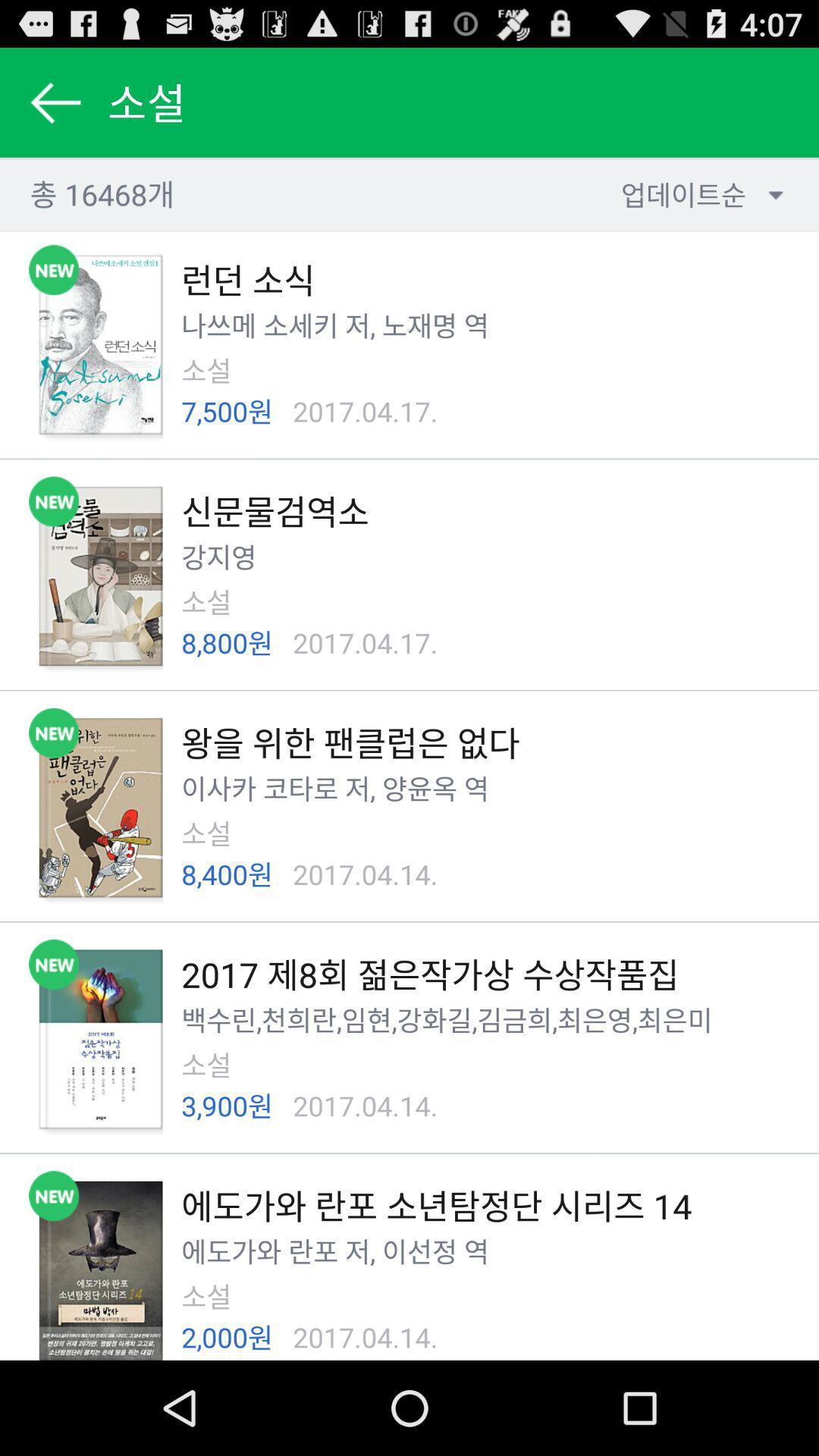 This screenshot has width=819, height=1456. I want to click on the item above the 2017.04.17., so click(354, 325).